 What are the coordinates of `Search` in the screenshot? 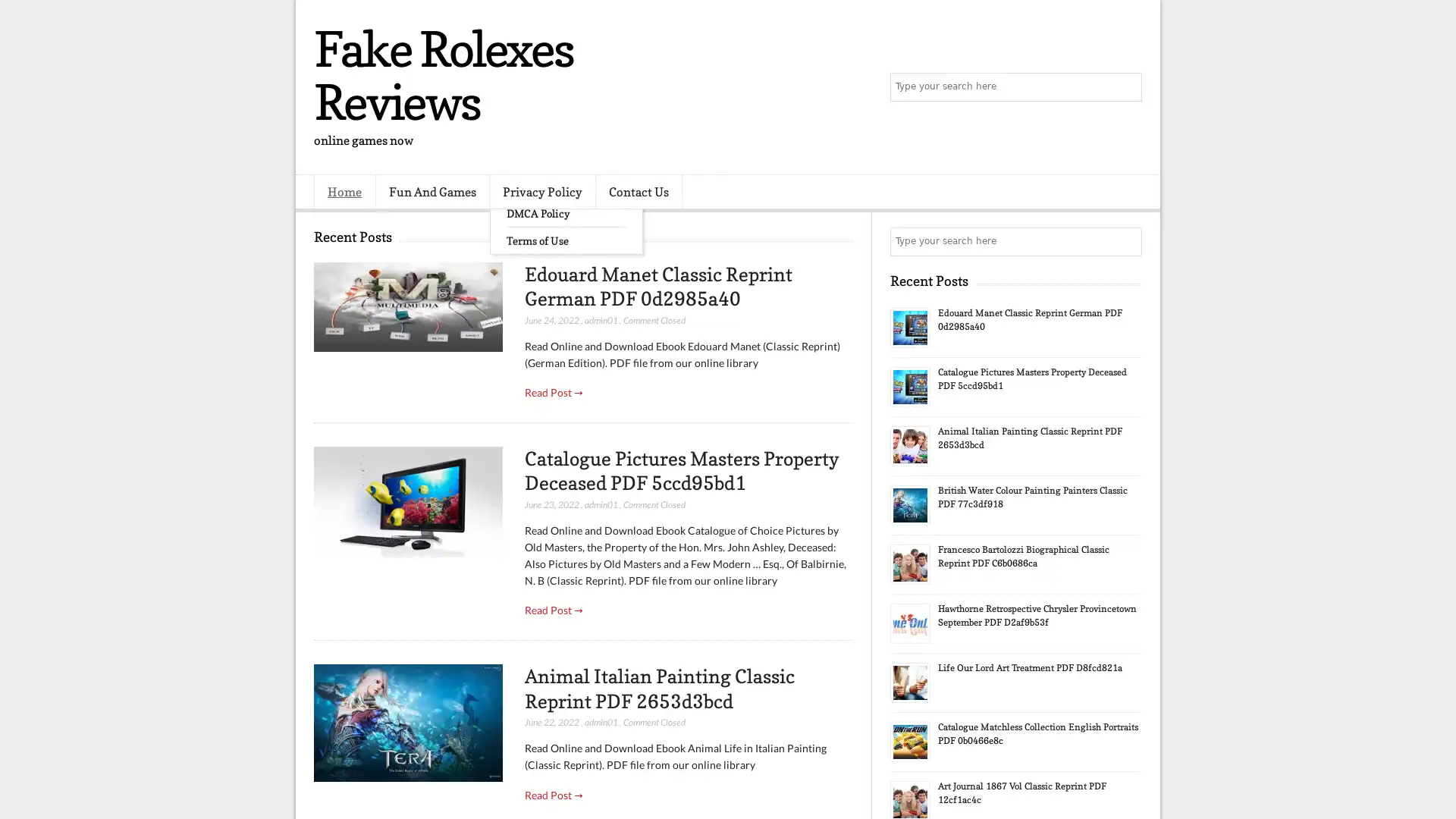 It's located at (1126, 241).